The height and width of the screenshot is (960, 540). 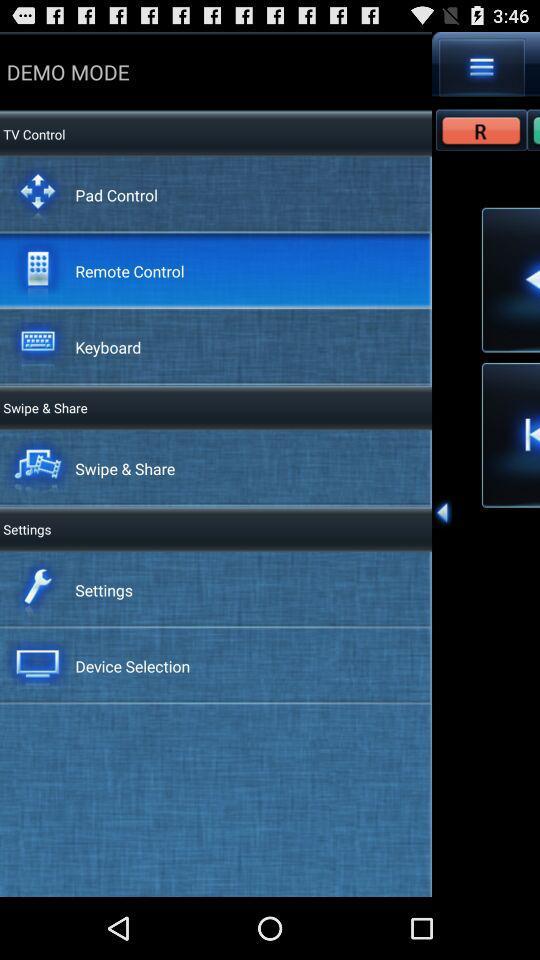 What do you see at coordinates (481, 67) in the screenshot?
I see `item next to demo mode icon` at bounding box center [481, 67].